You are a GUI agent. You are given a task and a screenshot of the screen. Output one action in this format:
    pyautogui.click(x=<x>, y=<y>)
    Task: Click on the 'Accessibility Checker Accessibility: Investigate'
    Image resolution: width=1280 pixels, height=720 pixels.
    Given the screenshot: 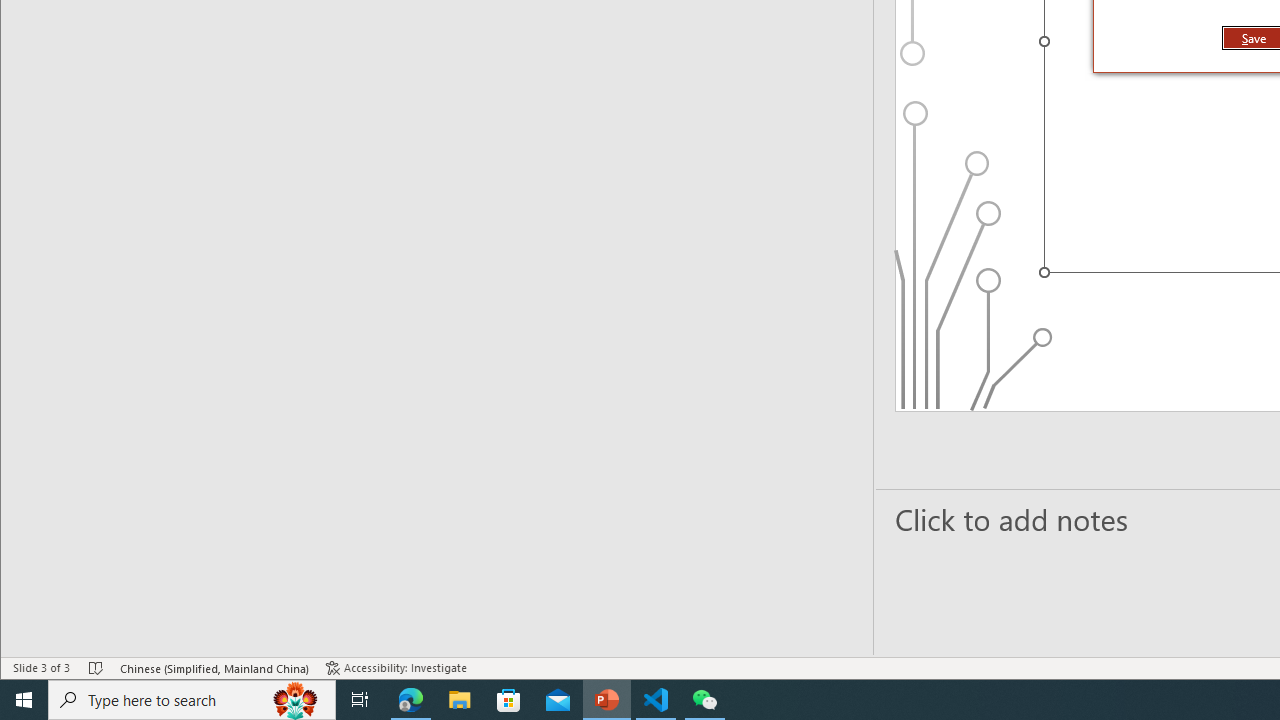 What is the action you would take?
    pyautogui.click(x=396, y=668)
    